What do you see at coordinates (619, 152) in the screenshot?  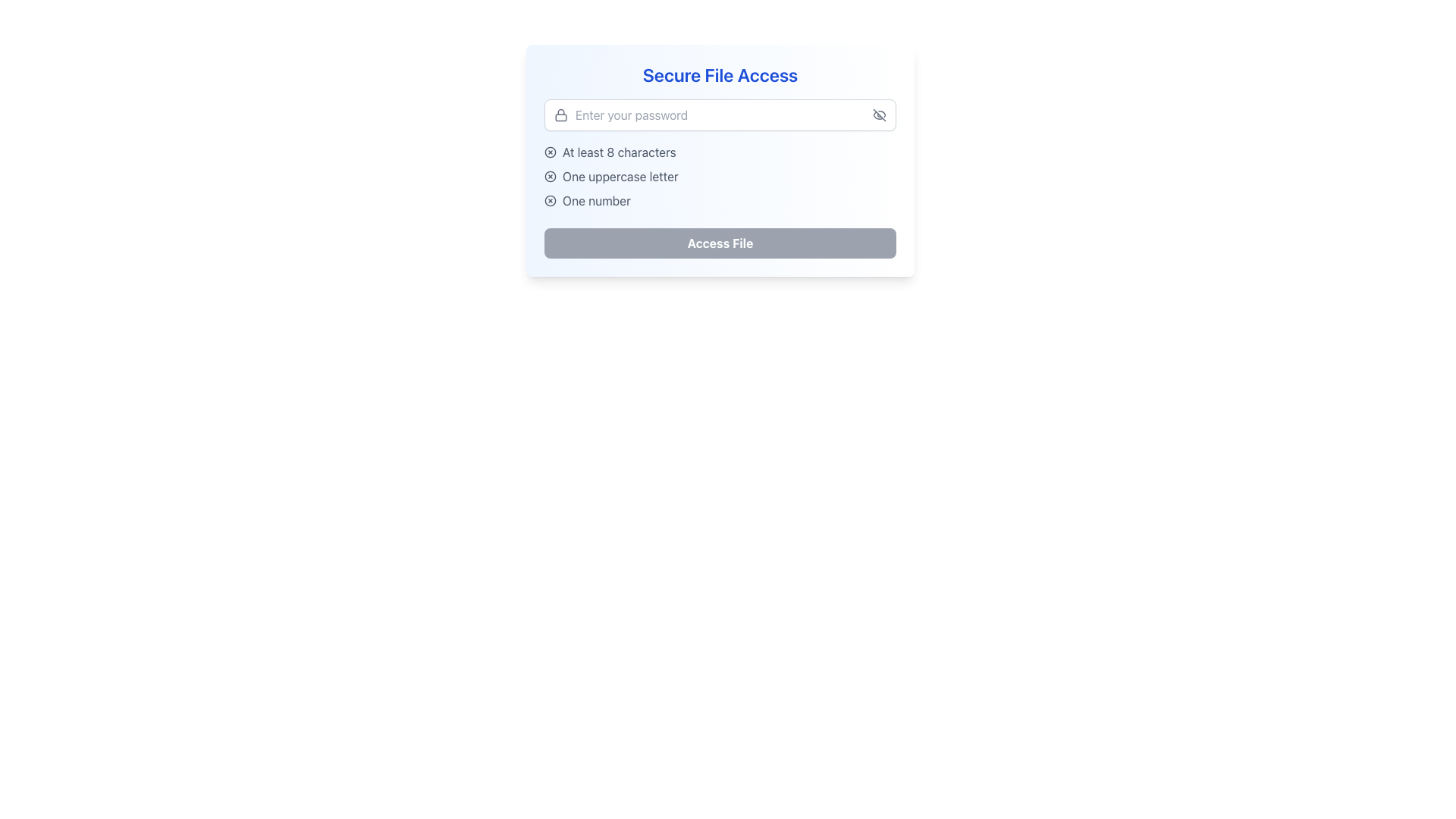 I see `the text element that informs the user about the necessity of having at least eight characters in the password input, located within the password requirements section, below the password input field` at bounding box center [619, 152].